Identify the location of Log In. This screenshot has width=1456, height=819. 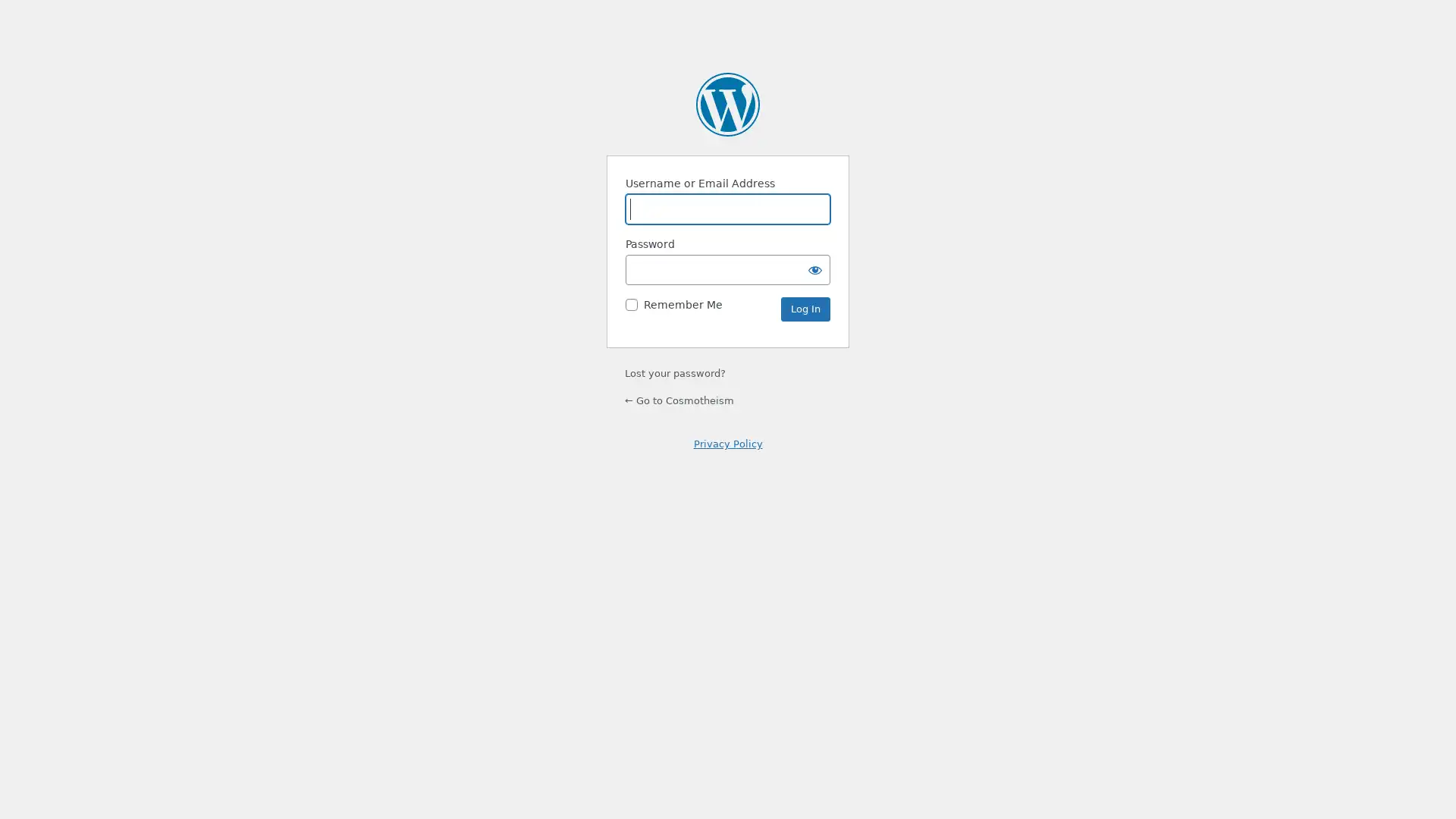
(805, 309).